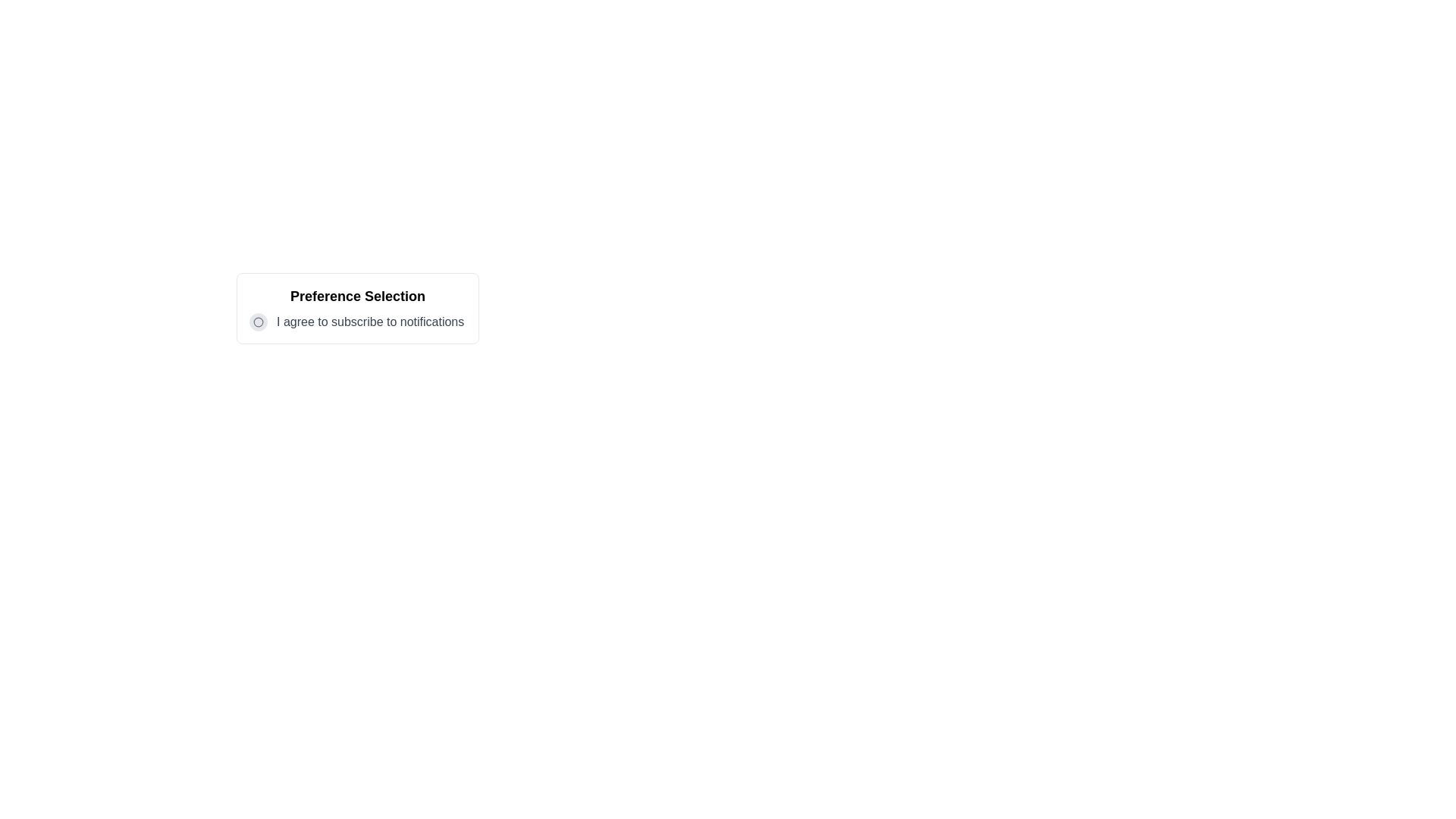 Image resolution: width=1456 pixels, height=819 pixels. Describe the element at coordinates (258, 321) in the screenshot. I see `the radio button for the subscription agreement option located to the left of the text 'I agree to subscribe to notifications'` at that location.